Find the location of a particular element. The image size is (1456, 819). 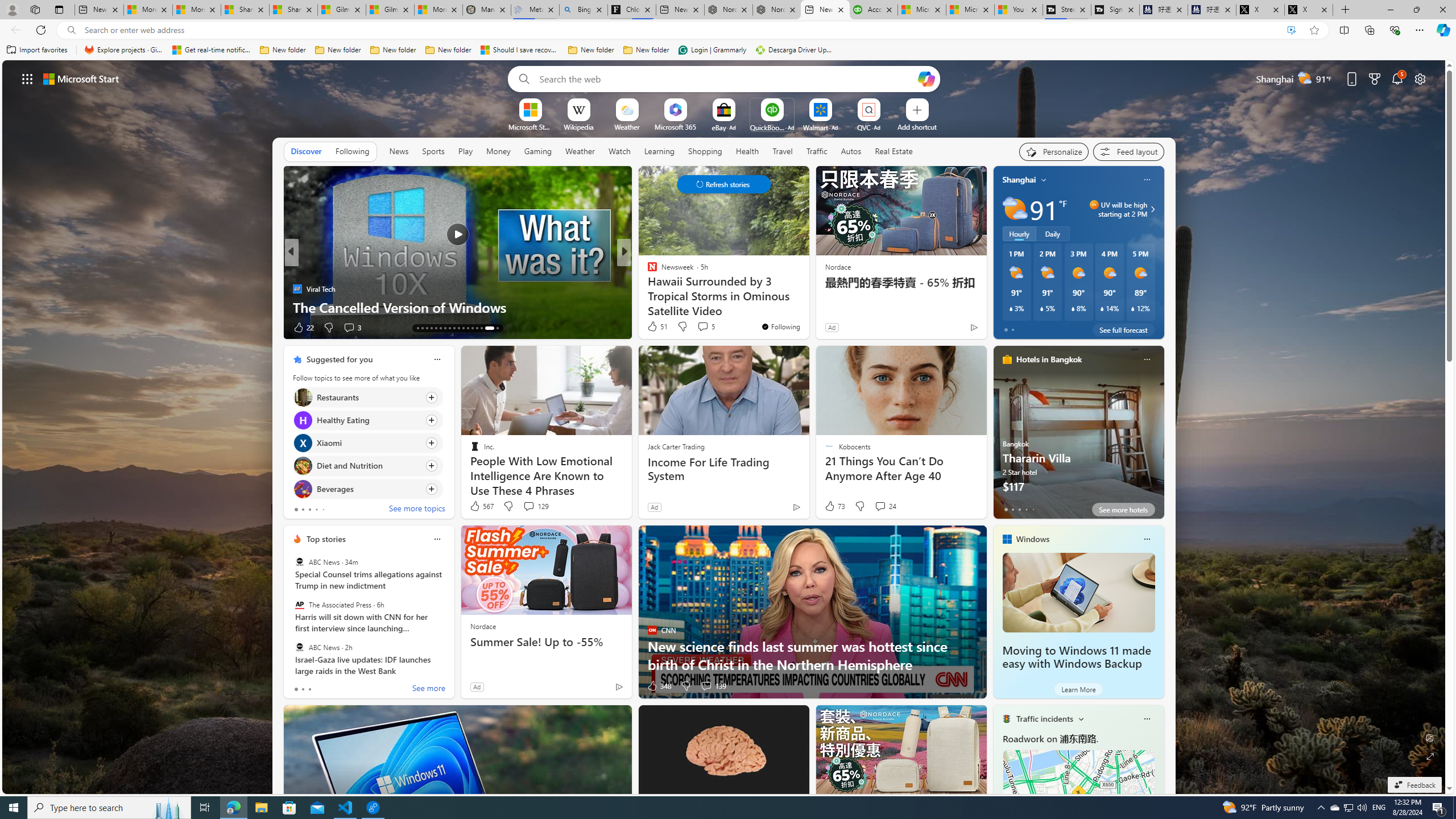

'AutomationID: tab-32' is located at coordinates (489, 328).